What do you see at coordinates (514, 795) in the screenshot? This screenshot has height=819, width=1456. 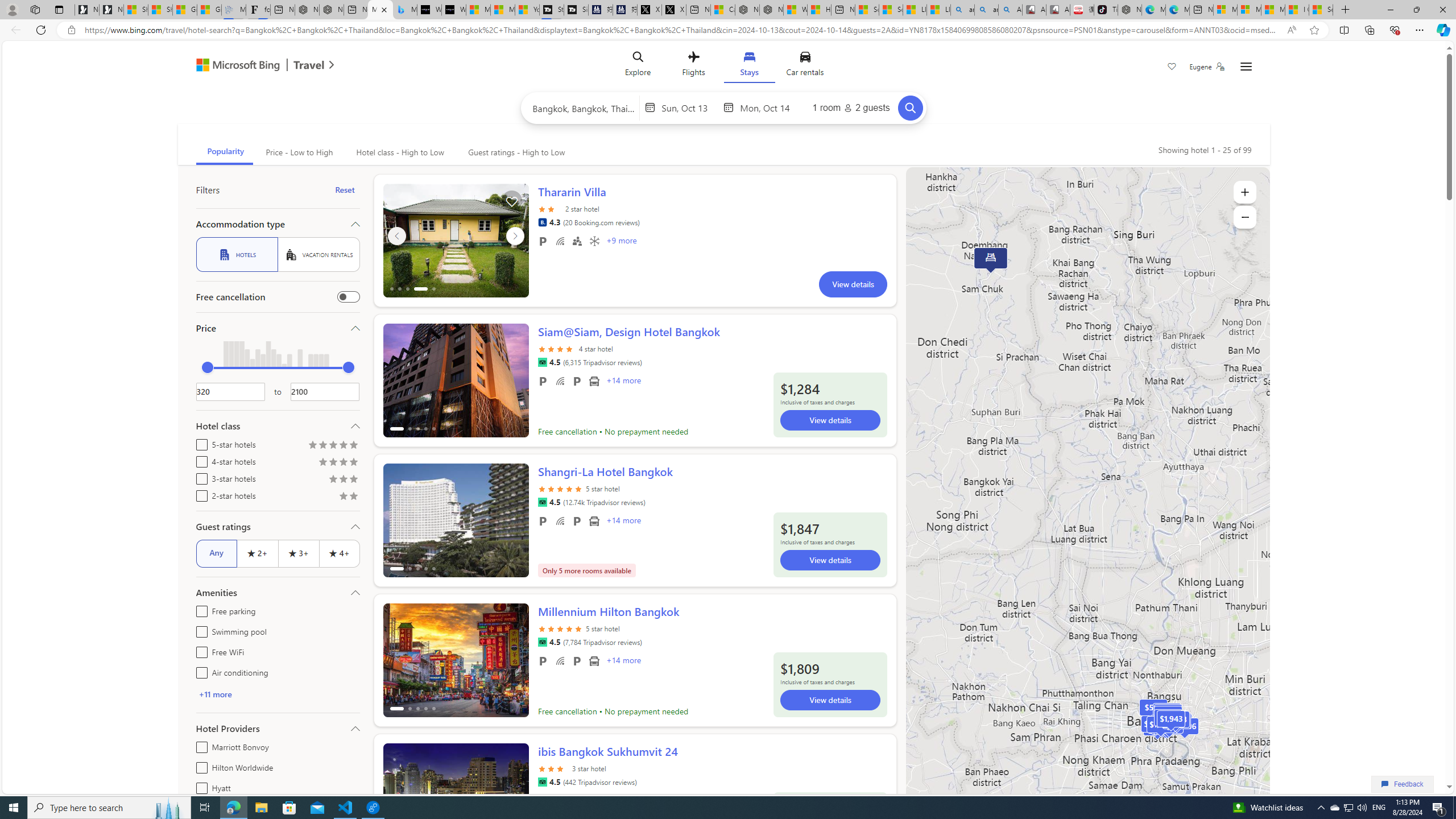 I see `'ScrollRight'` at bounding box center [514, 795].